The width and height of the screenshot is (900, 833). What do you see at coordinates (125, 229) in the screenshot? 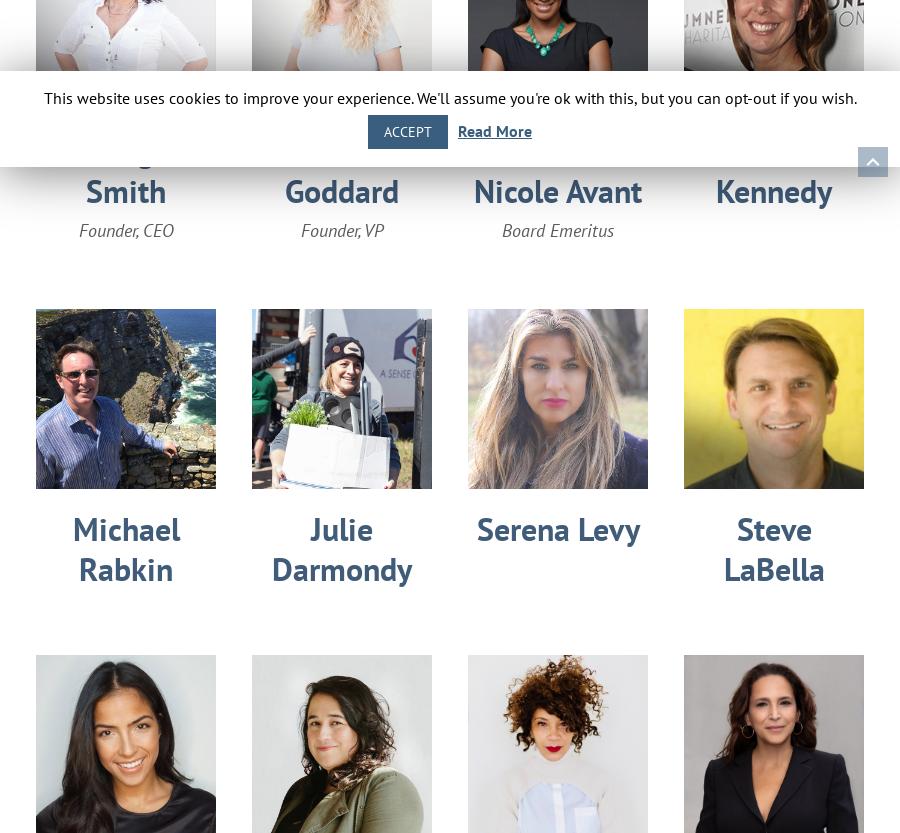
I see `'Founder, CEO'` at bounding box center [125, 229].